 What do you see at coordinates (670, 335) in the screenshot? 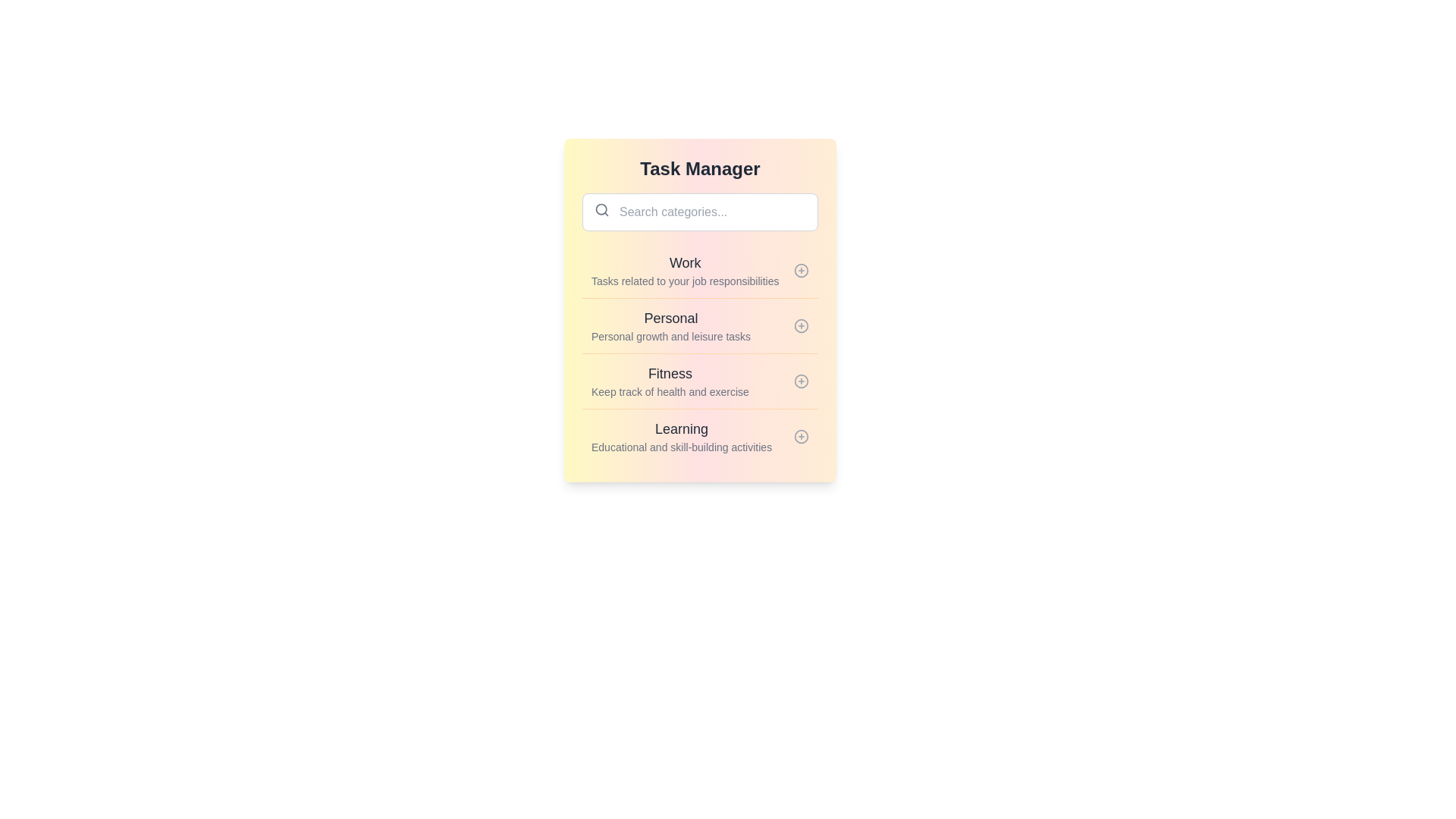
I see `the static informational text located directly below the 'Personal' category, which enhances user understanding of that category` at bounding box center [670, 335].